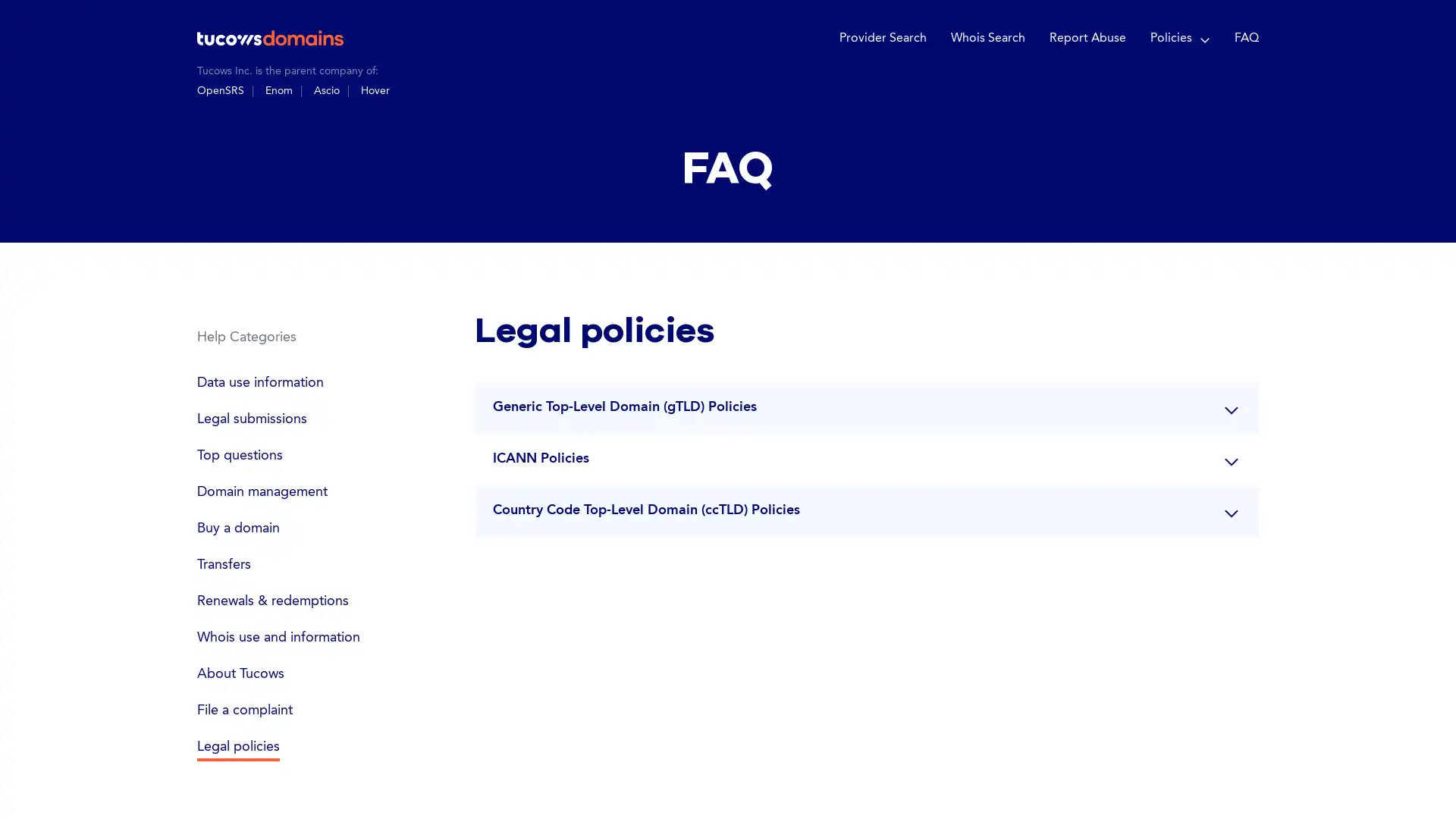 The image size is (1456, 819). What do you see at coordinates (866, 457) in the screenshot?
I see `ICANN Policies` at bounding box center [866, 457].